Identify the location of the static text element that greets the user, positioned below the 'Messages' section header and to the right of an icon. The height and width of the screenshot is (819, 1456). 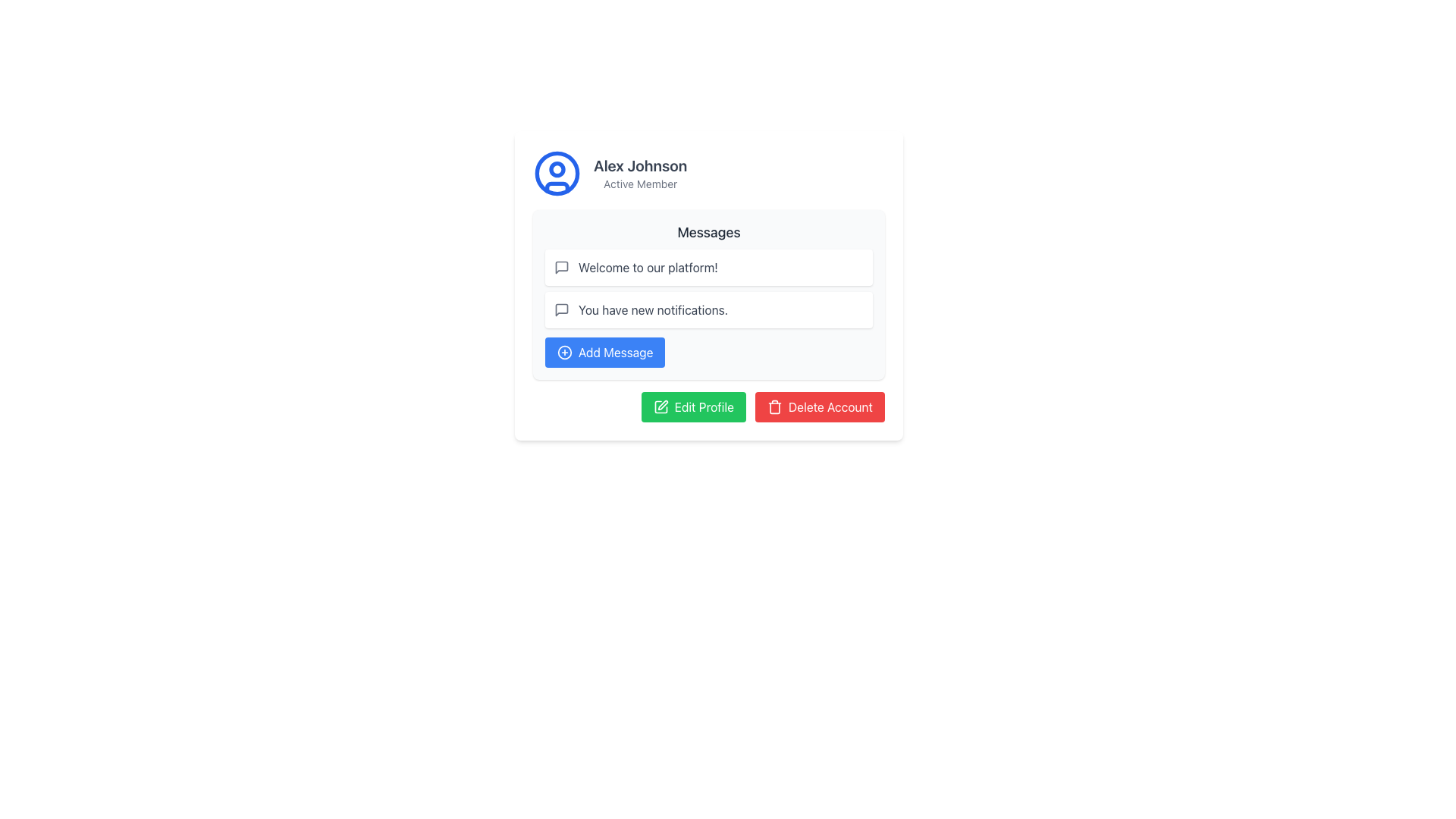
(648, 267).